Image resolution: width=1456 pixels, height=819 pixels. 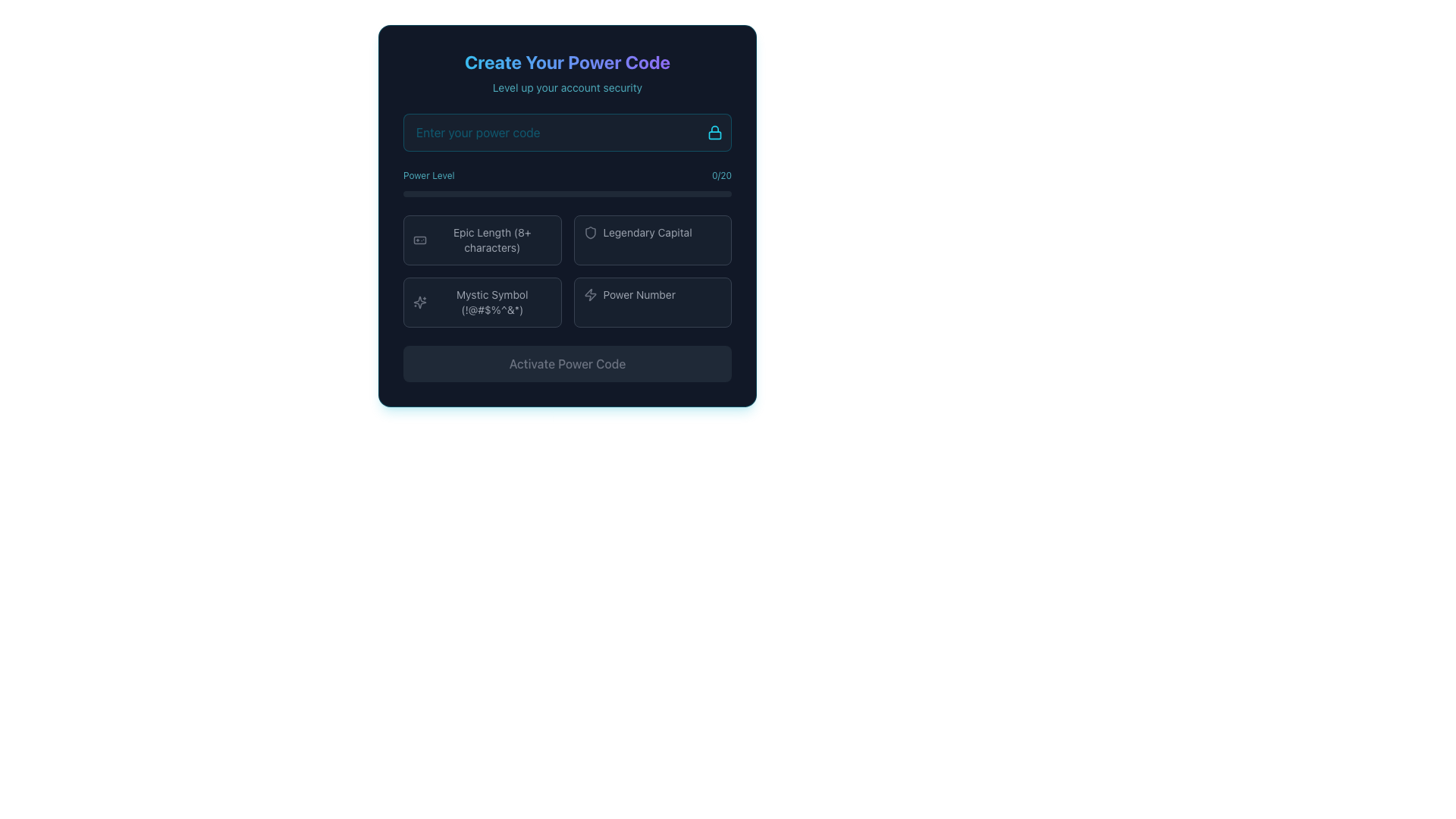 I want to click on the informational label with the icon that resembles a star-like shape and displays the text 'Mystic Symbol (!@#$%^&*)', so click(x=482, y=302).